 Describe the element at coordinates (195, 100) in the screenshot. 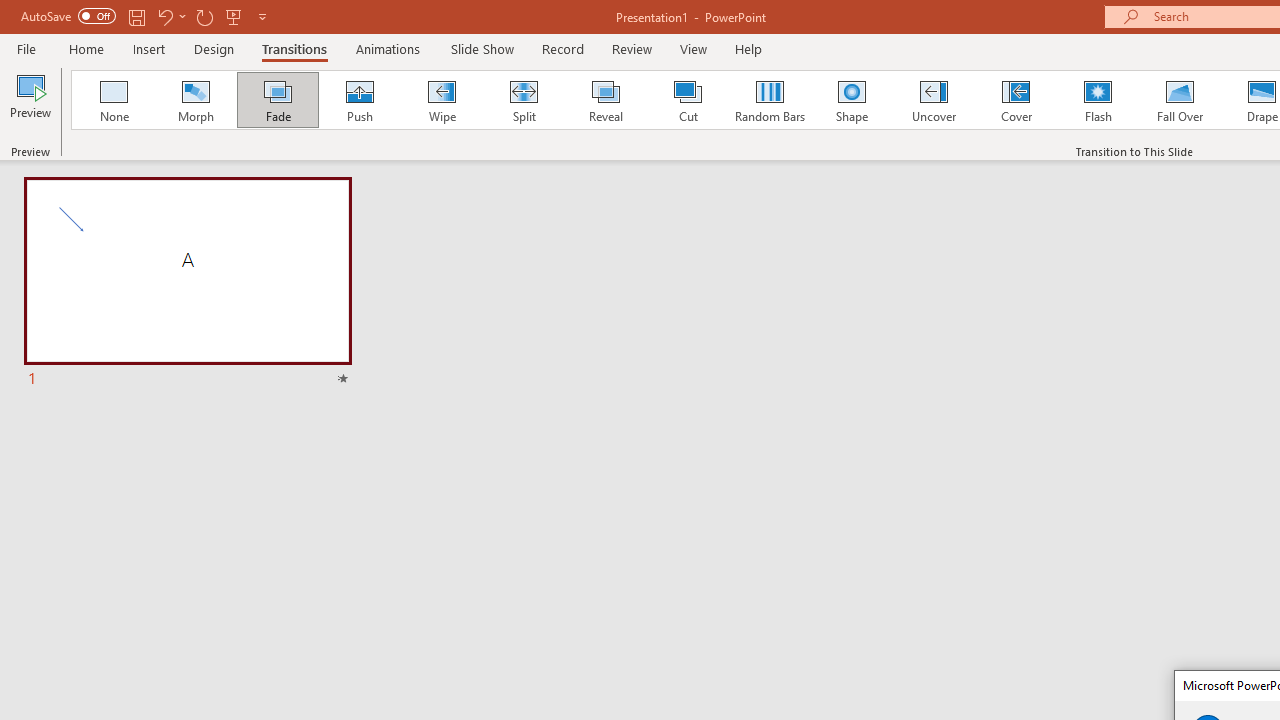

I see `'Morph'` at that location.